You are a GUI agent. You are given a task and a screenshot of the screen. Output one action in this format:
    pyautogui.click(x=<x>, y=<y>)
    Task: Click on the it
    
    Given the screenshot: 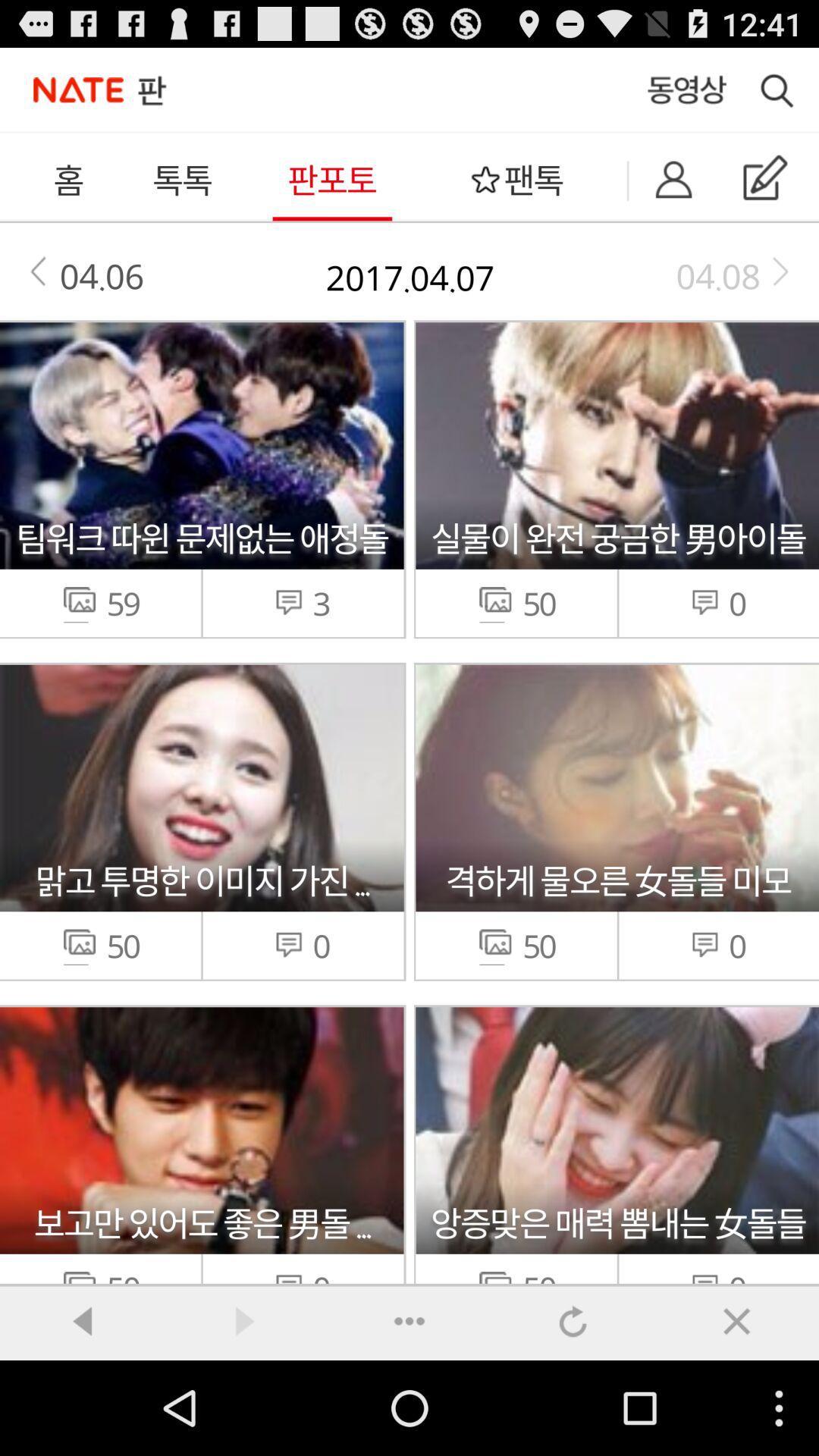 What is the action you would take?
    pyautogui.click(x=736, y=1320)
    